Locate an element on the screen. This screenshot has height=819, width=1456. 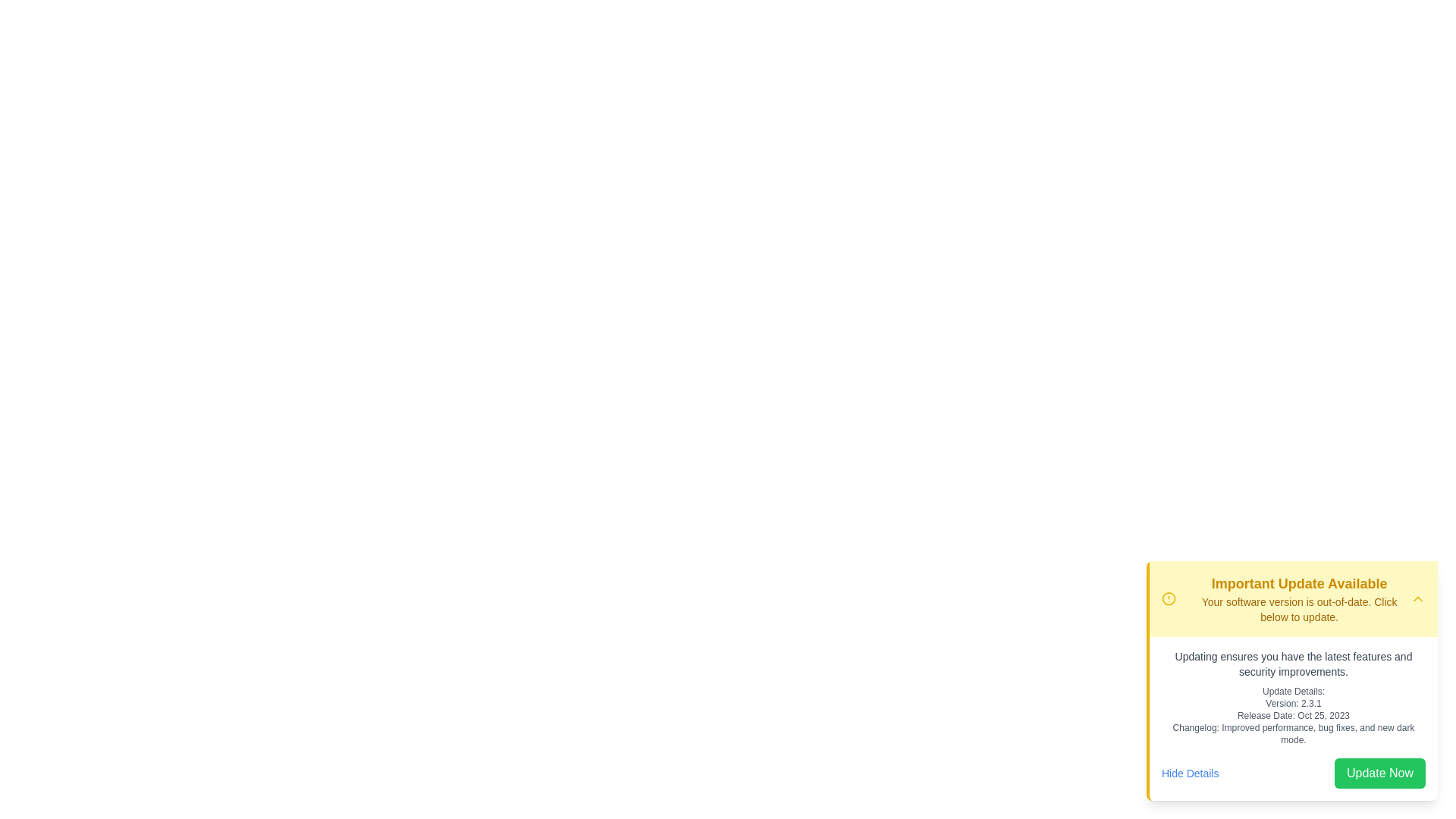
the green 'Update Now' button located at the bottom right corner of the notification box to initiate the update process is located at coordinates (1379, 773).